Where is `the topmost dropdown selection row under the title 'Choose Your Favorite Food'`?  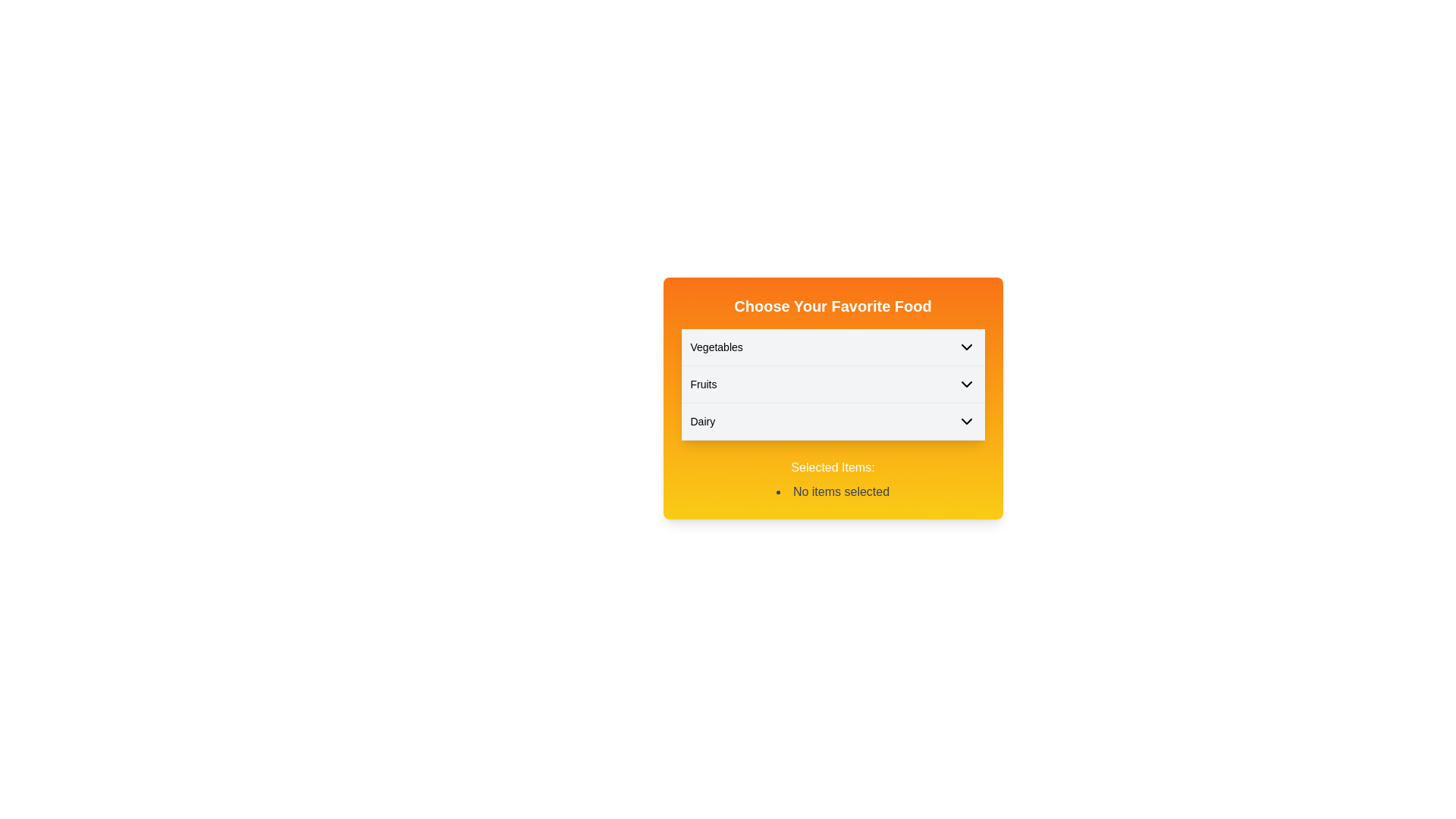 the topmost dropdown selection row under the title 'Choose Your Favorite Food' is located at coordinates (832, 347).